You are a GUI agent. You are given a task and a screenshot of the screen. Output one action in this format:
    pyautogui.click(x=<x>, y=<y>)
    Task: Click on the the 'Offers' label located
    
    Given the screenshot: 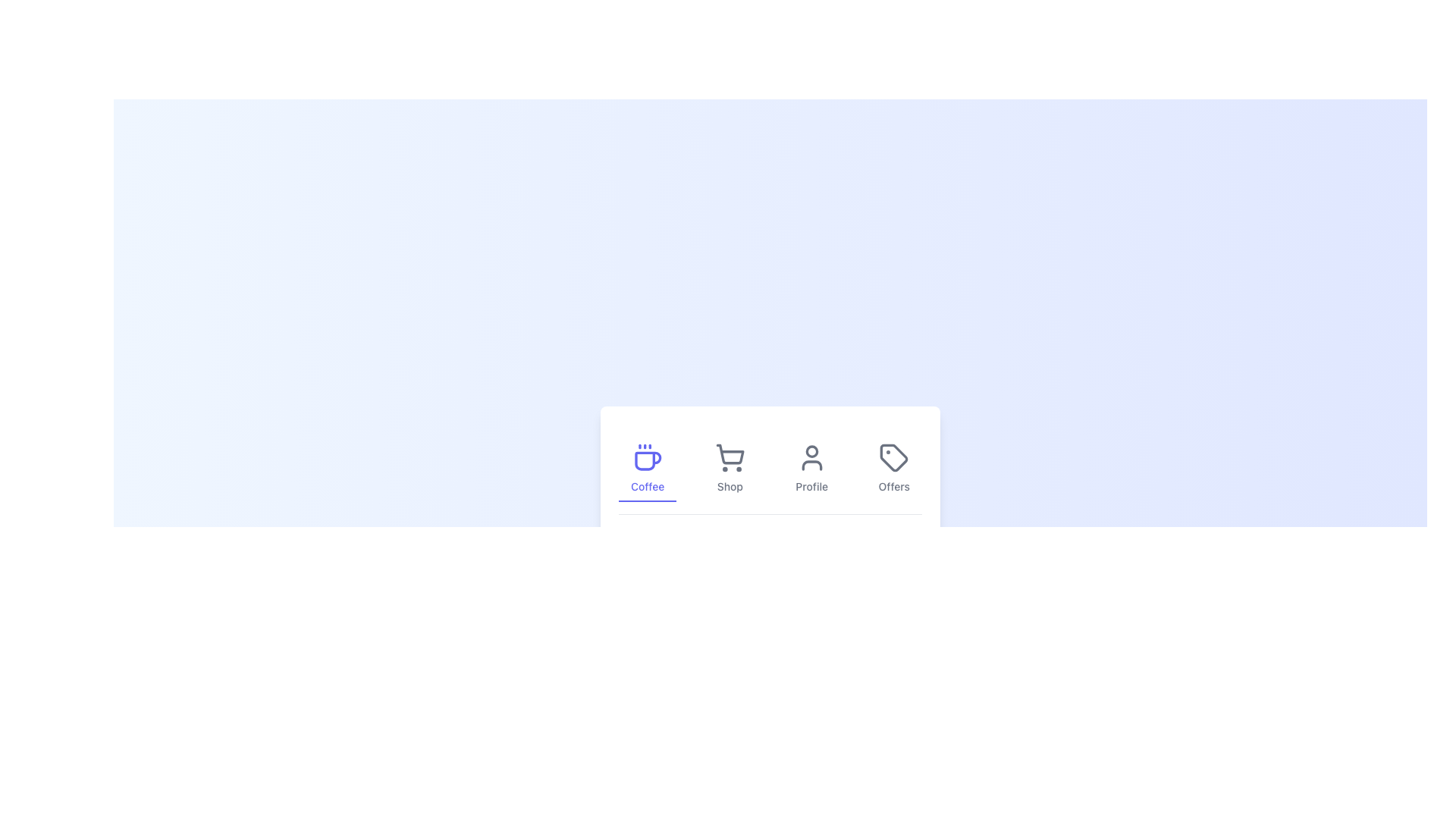 What is the action you would take?
    pyautogui.click(x=894, y=486)
    